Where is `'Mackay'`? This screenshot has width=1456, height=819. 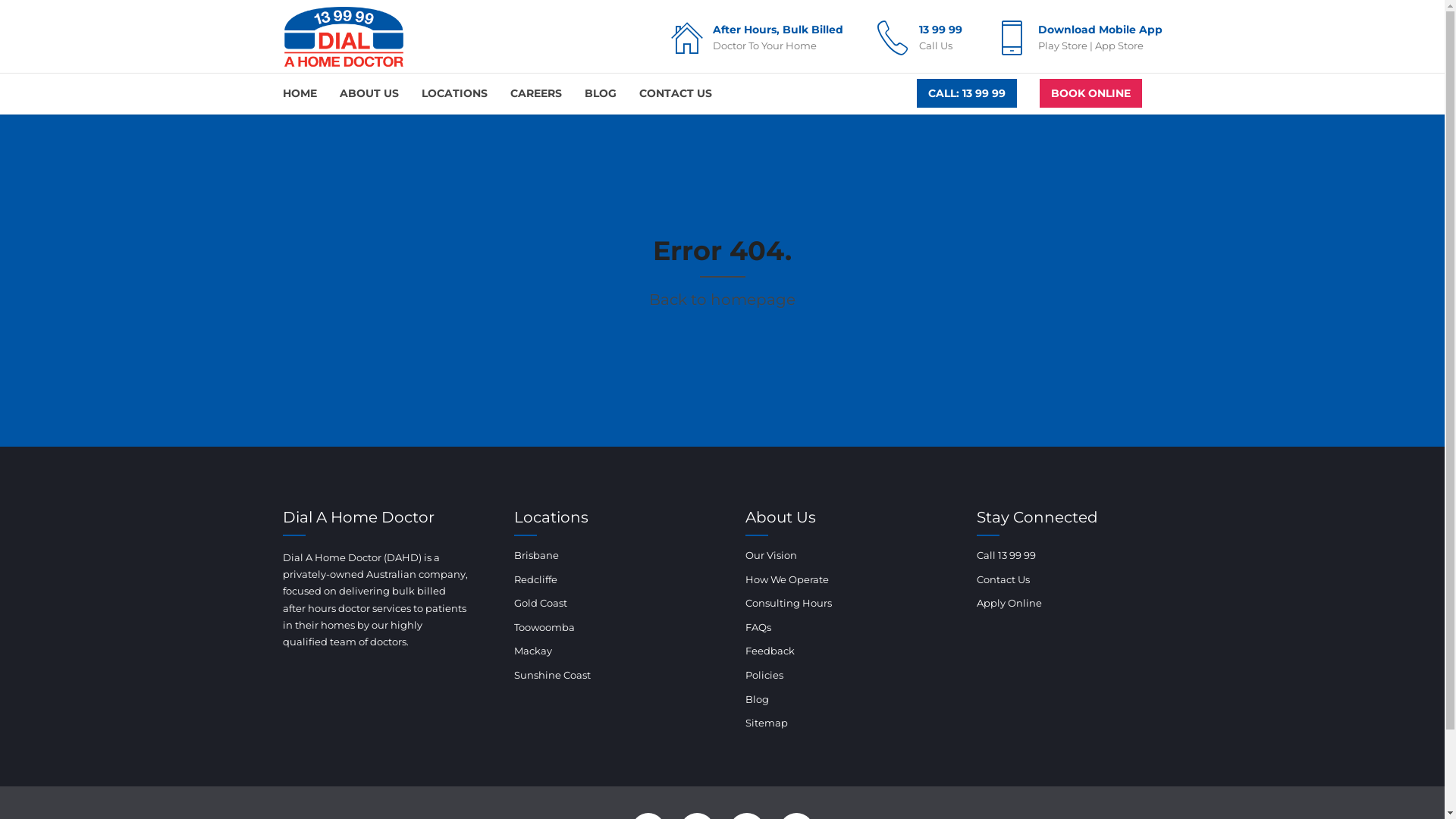
'Mackay' is located at coordinates (532, 649).